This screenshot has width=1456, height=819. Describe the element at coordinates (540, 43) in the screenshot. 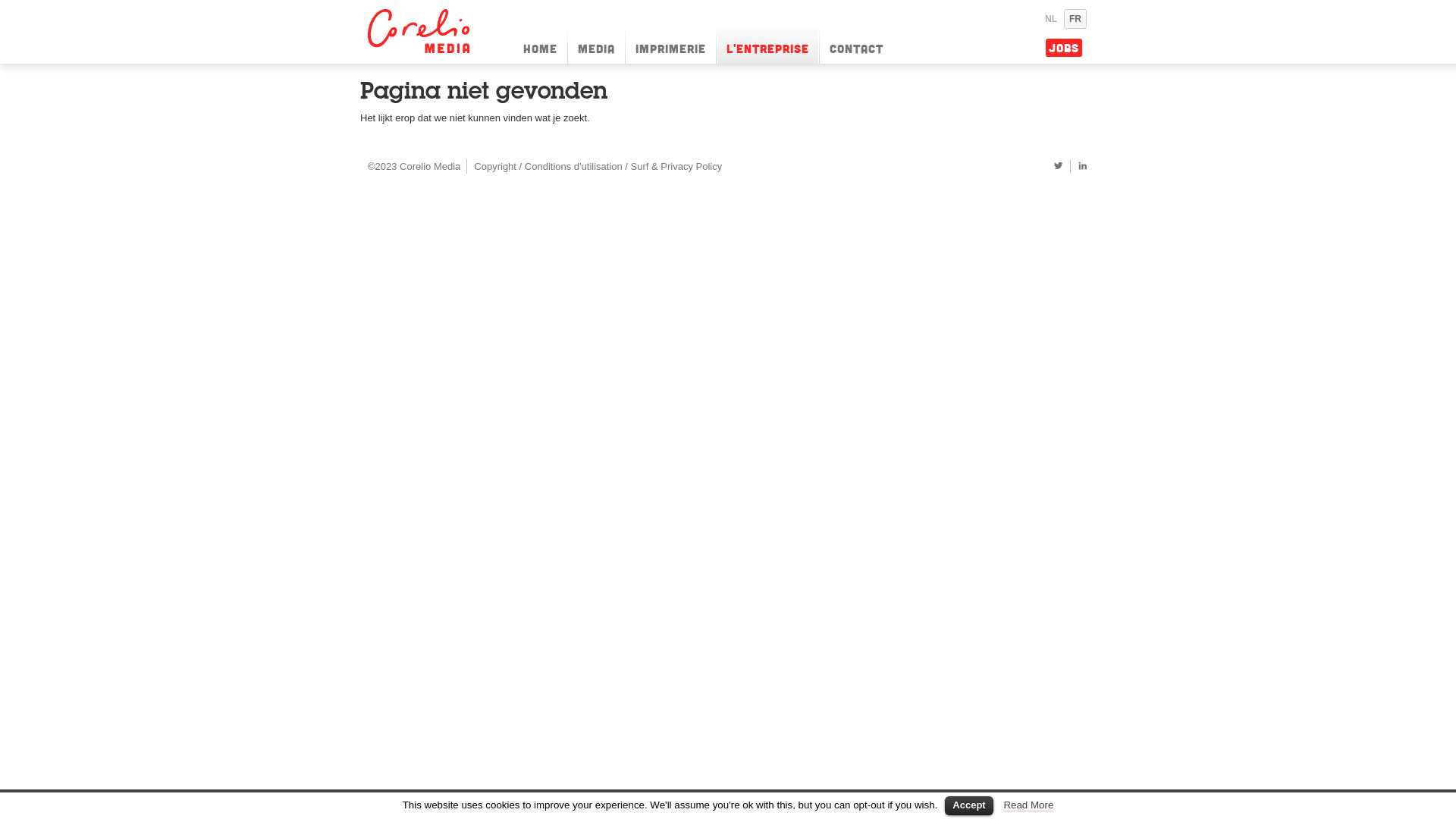

I see `'HOME'` at that location.